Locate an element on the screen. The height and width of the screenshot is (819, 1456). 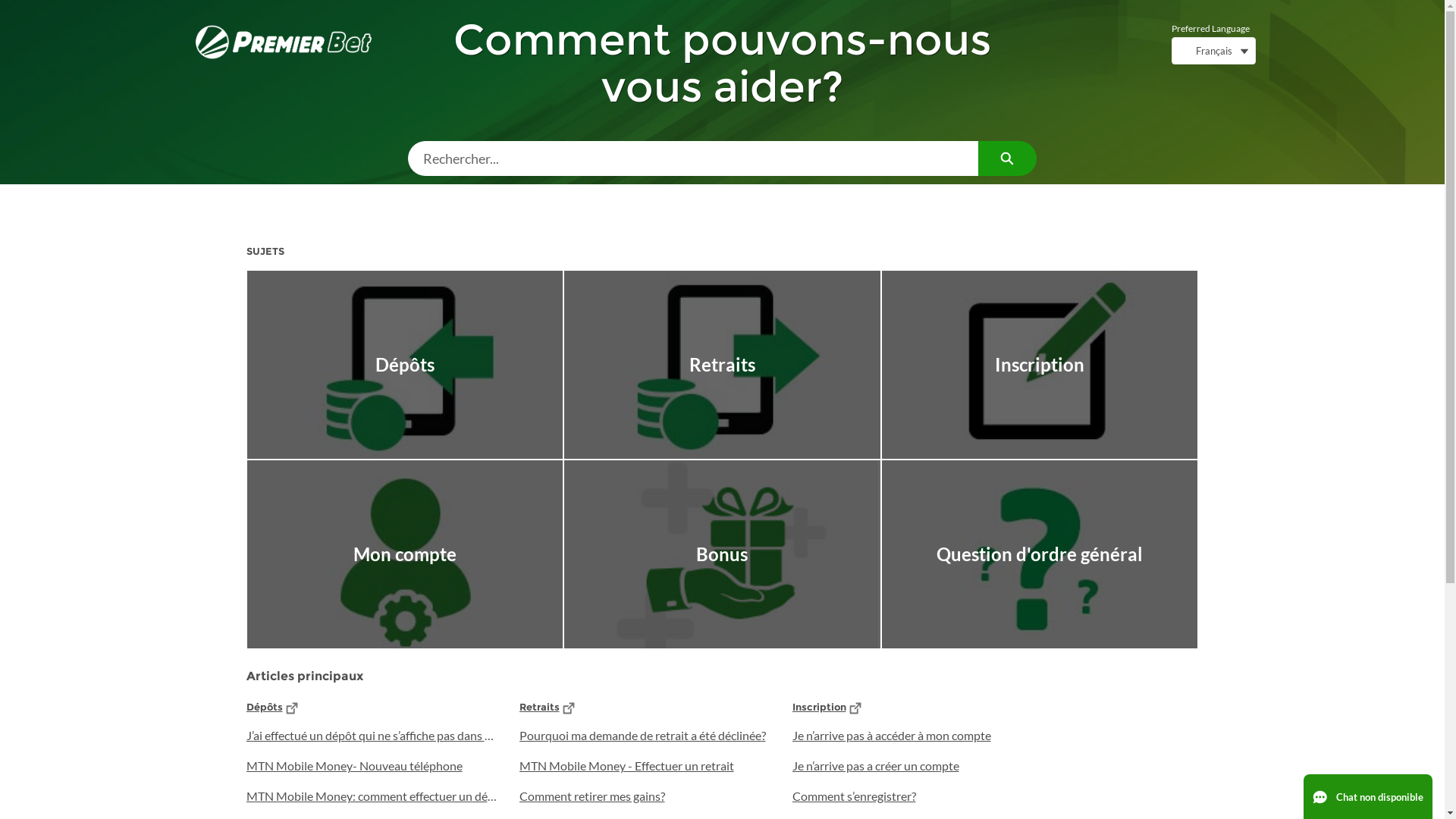
'Rechercher' is located at coordinates (1007, 158).